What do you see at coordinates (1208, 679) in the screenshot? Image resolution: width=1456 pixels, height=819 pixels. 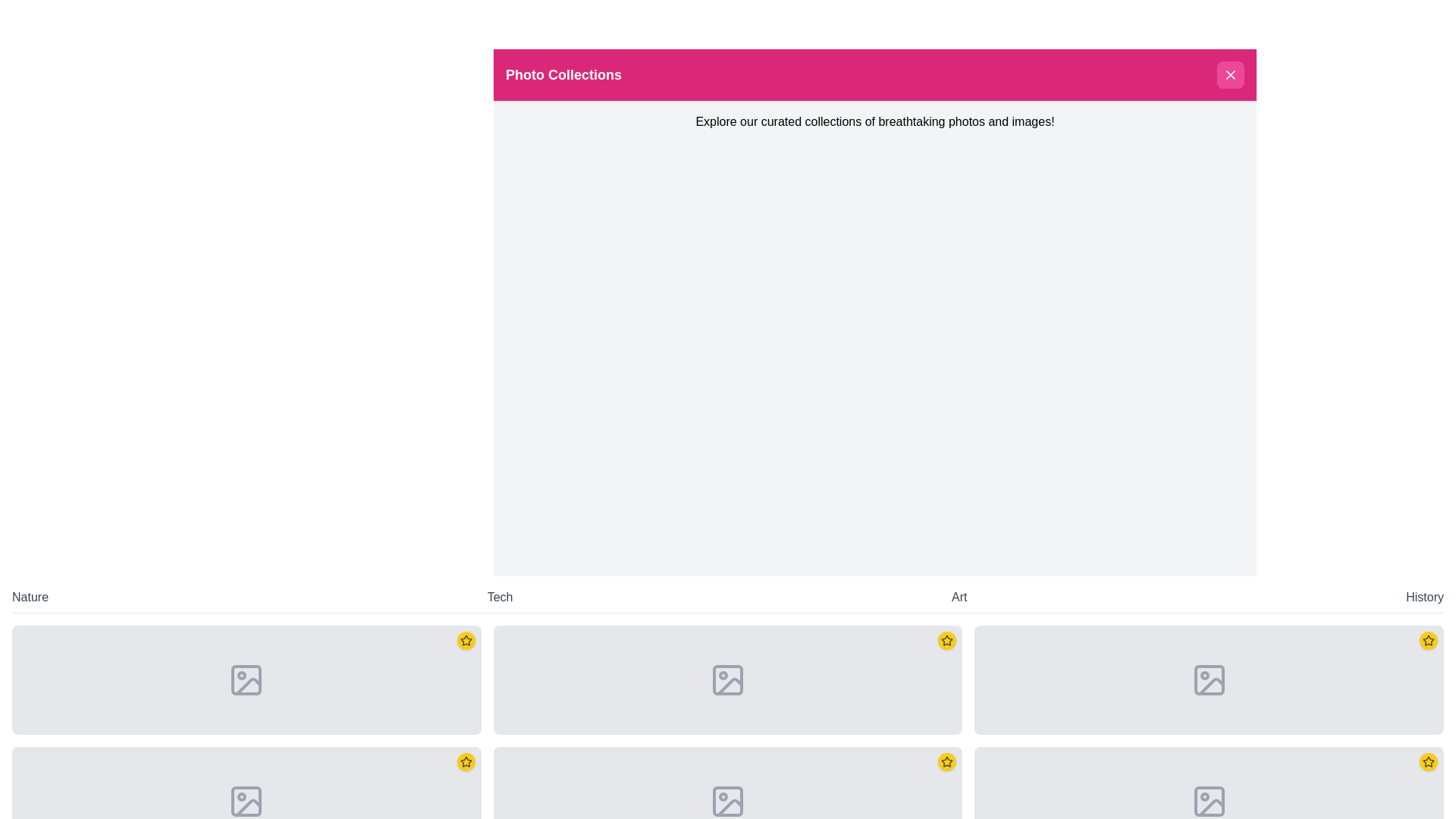 I see `the top-left subcomponent of the icon representing the image slot in the bottom row of the grid layout under the 'Art' category` at bounding box center [1208, 679].